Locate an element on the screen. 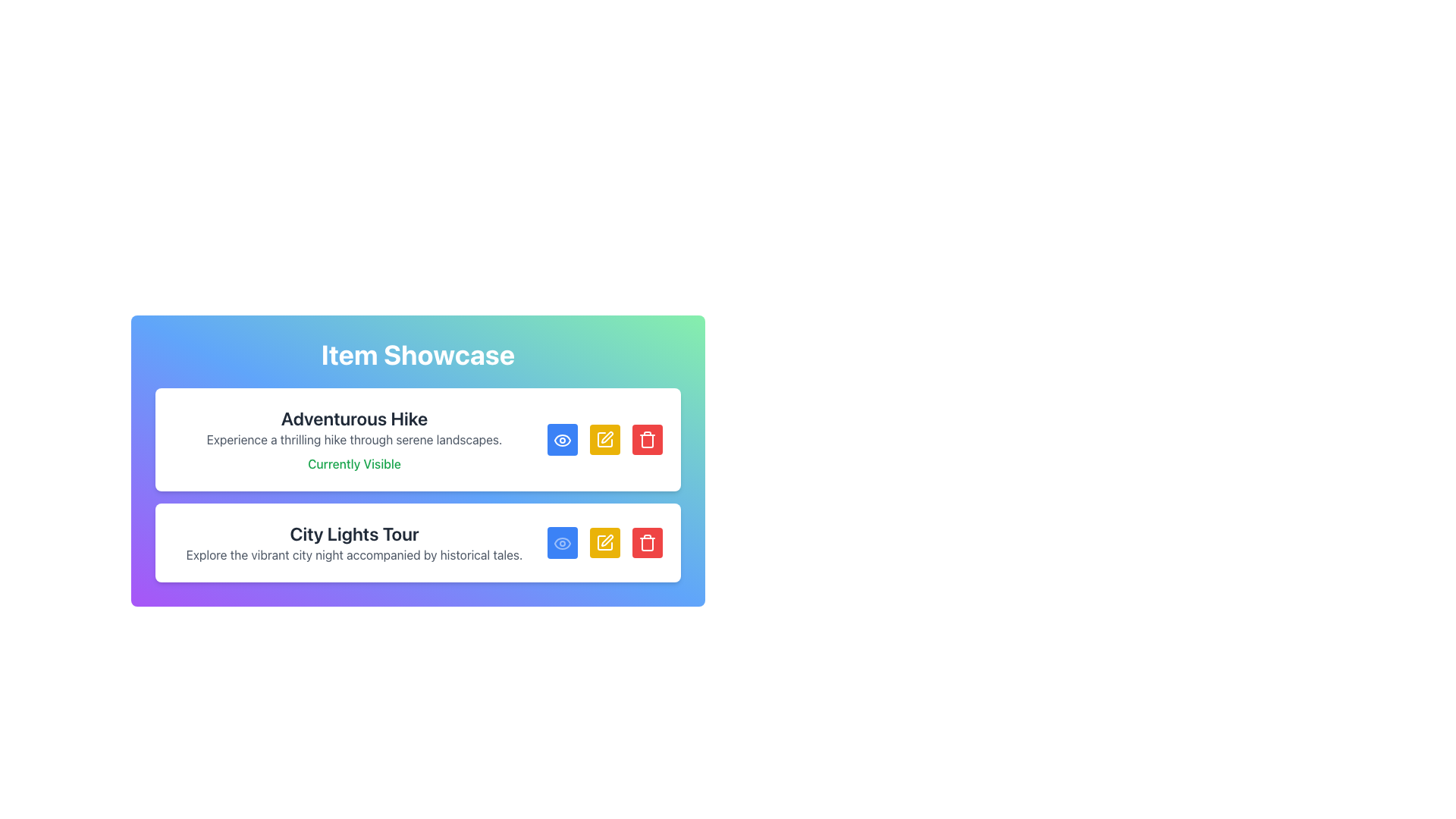  the delete button, which is the last interactive control in the action control group is located at coordinates (648, 542).